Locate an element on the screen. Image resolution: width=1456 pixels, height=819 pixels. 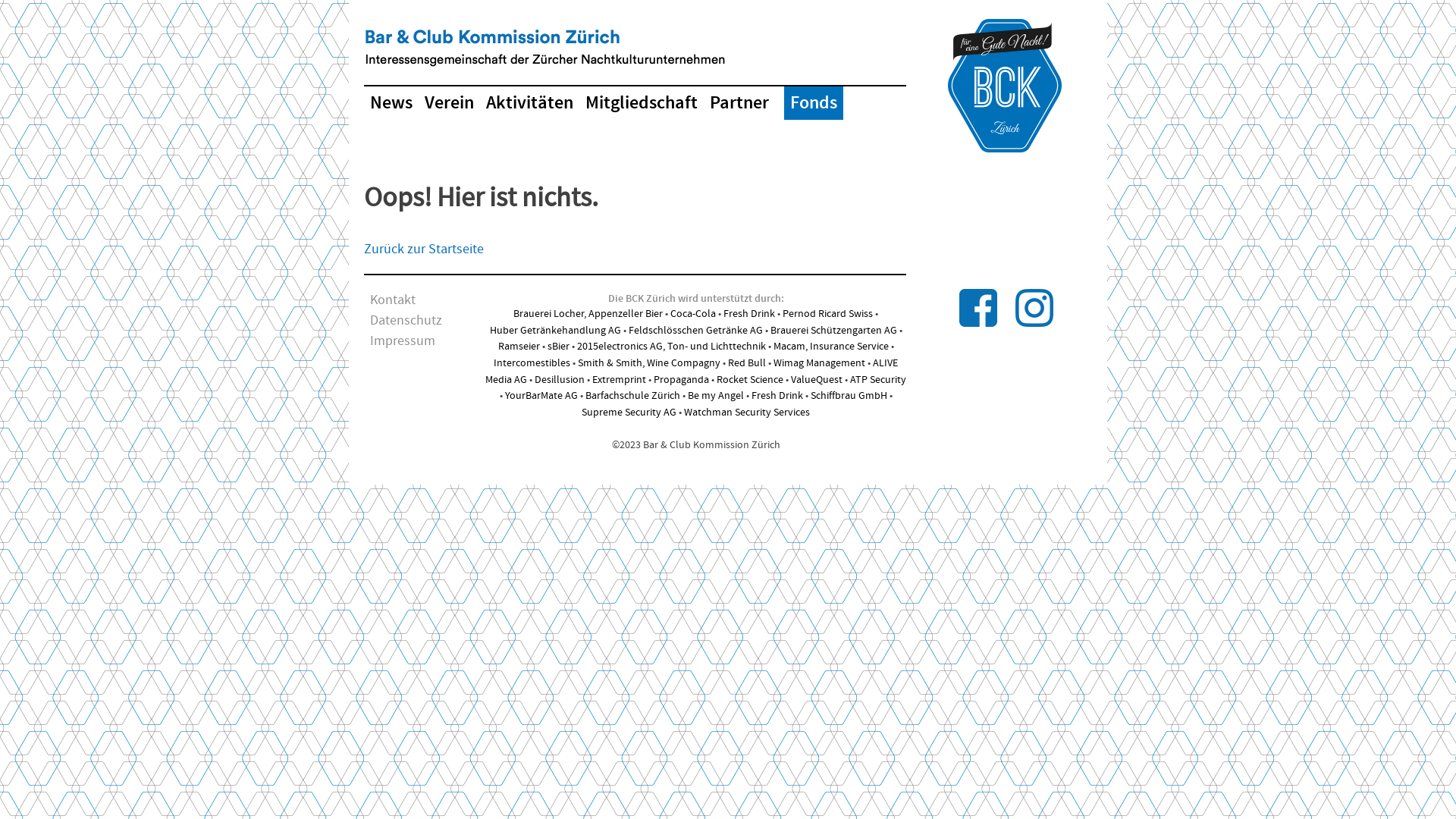
'Supreme Security AG' is located at coordinates (629, 412).